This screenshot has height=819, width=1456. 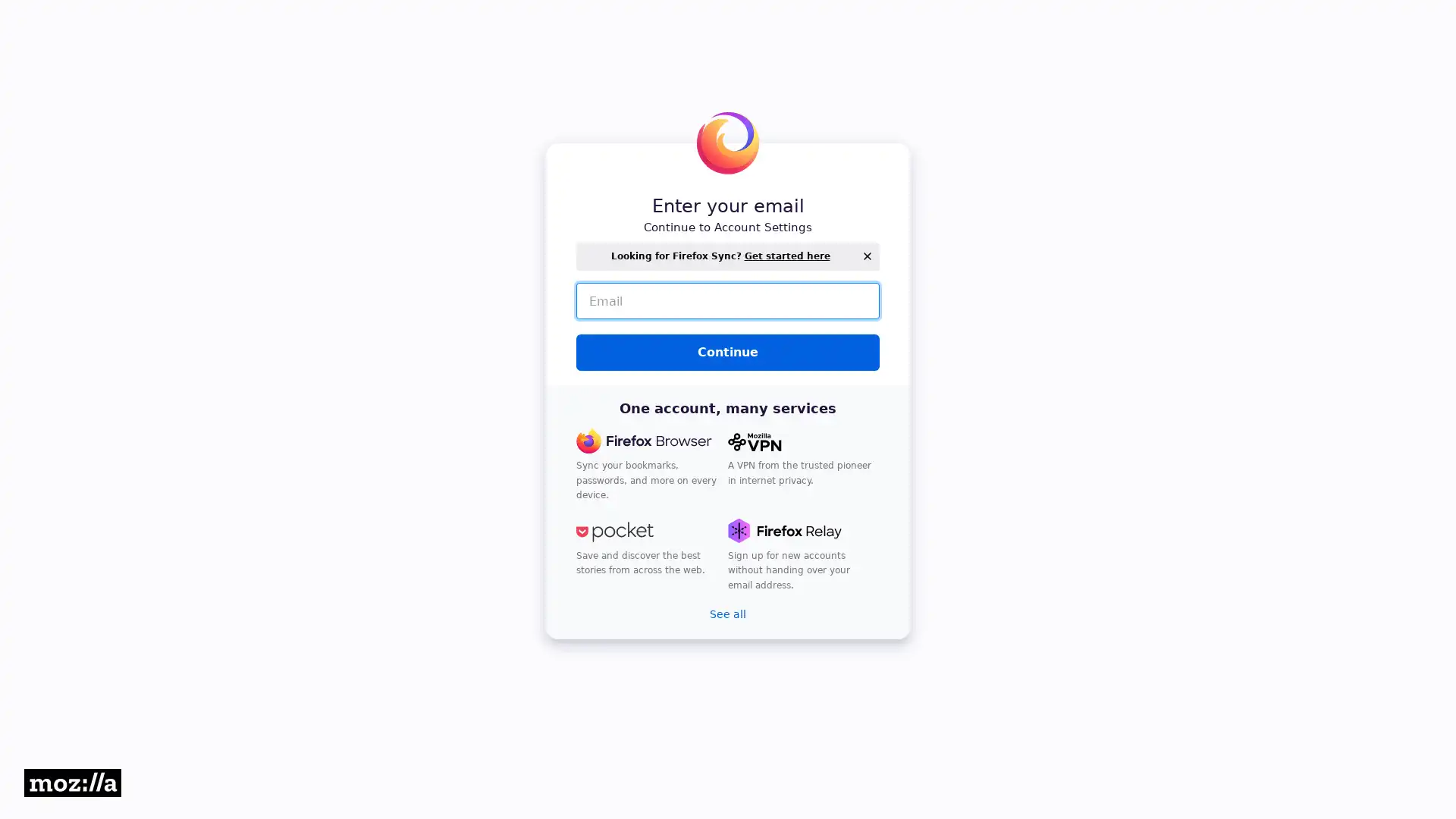 What do you see at coordinates (728, 353) in the screenshot?
I see `Continue` at bounding box center [728, 353].